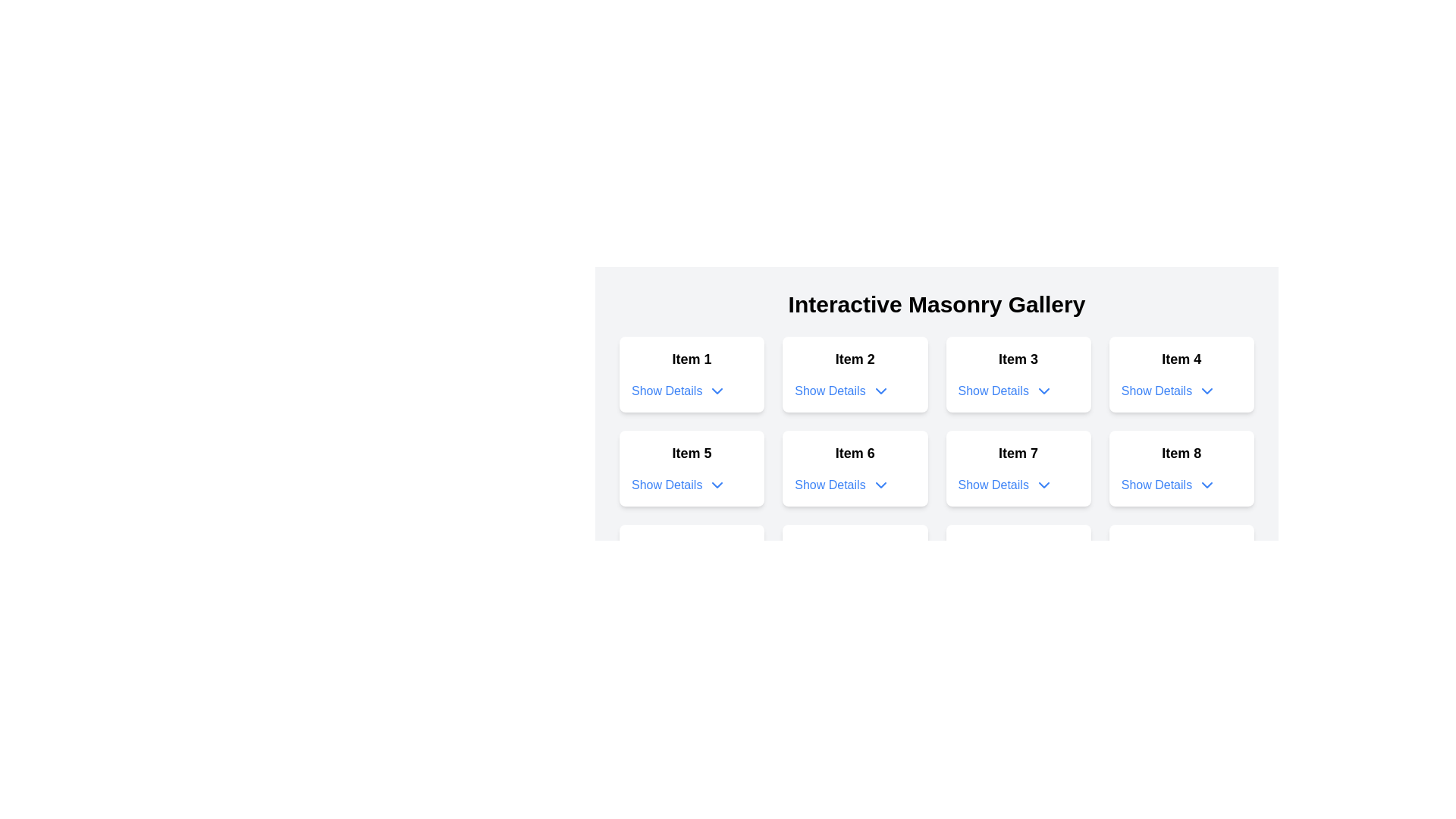 The width and height of the screenshot is (1456, 819). What do you see at coordinates (1043, 391) in the screenshot?
I see `the downward-facing chevron icon next to 'Show Details'` at bounding box center [1043, 391].